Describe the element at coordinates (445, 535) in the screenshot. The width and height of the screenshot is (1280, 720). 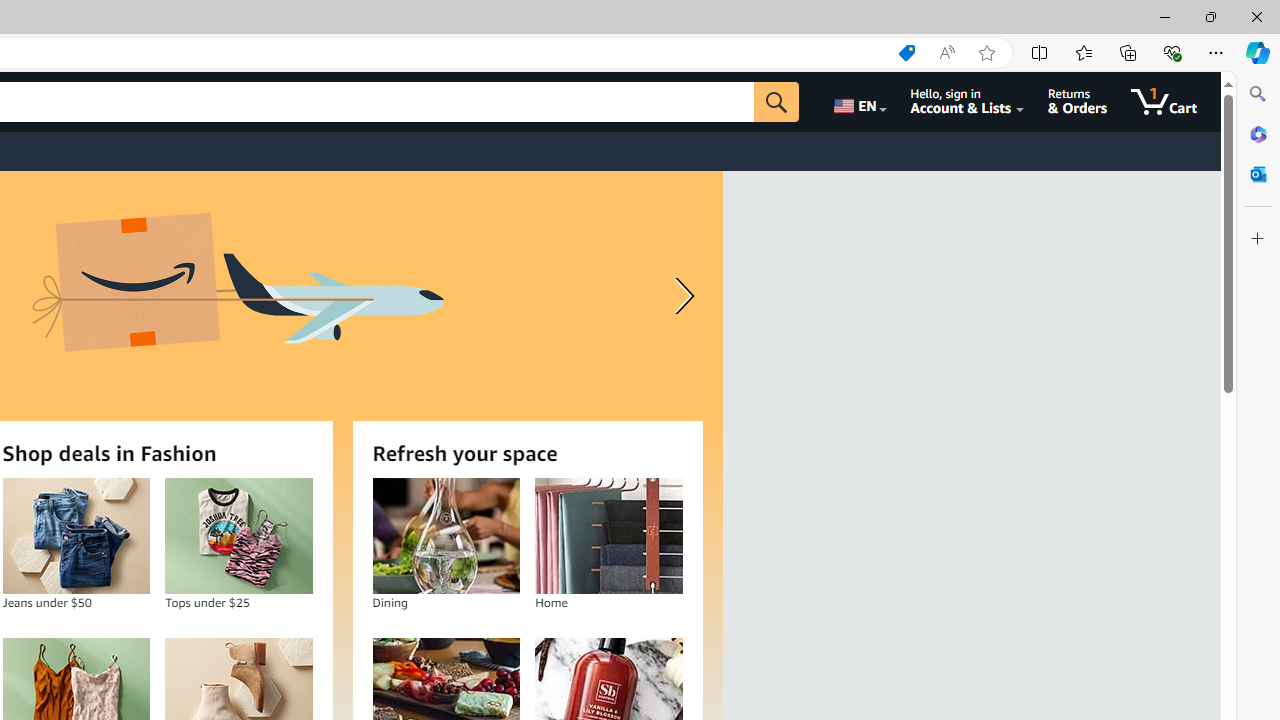
I see `'Dining'` at that location.